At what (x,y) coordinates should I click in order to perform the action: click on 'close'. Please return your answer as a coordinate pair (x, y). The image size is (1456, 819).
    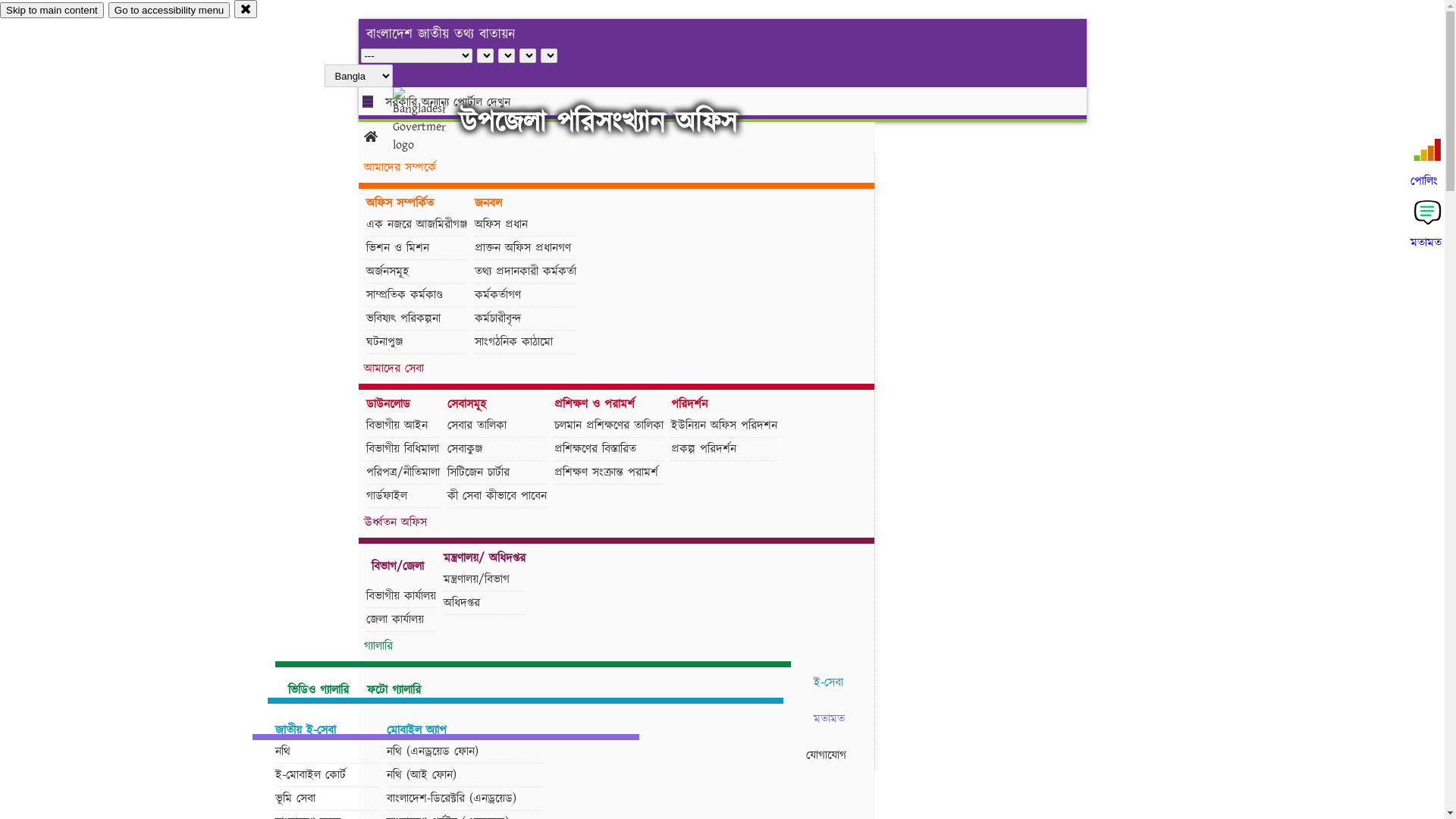
    Looking at the image, I should click on (246, 8).